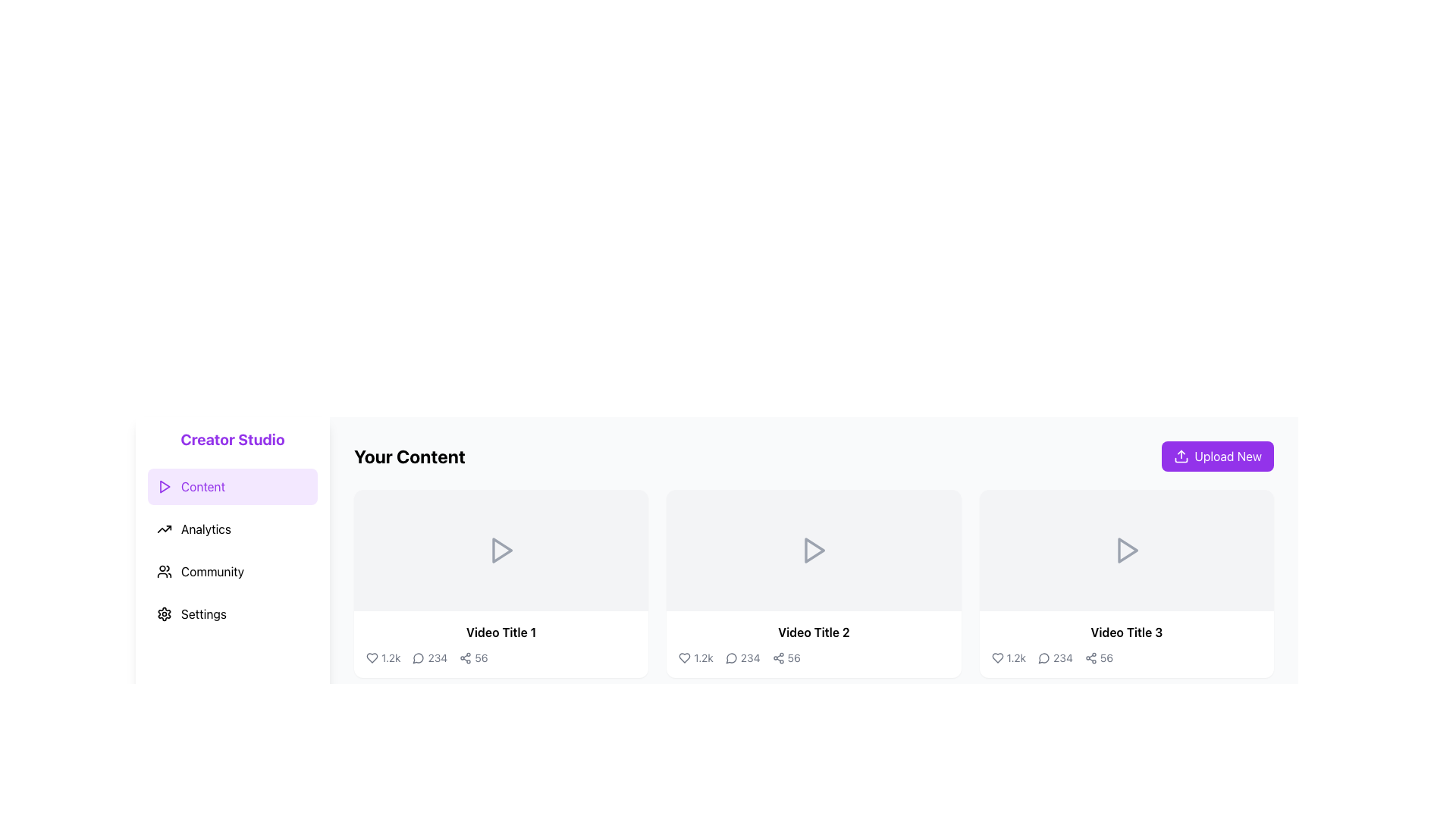 The image size is (1456, 819). What do you see at coordinates (1099, 657) in the screenshot?
I see `the composite element indicating the number of shares or interactions below 'Video Title 3', located at the bottom-right of the video card` at bounding box center [1099, 657].